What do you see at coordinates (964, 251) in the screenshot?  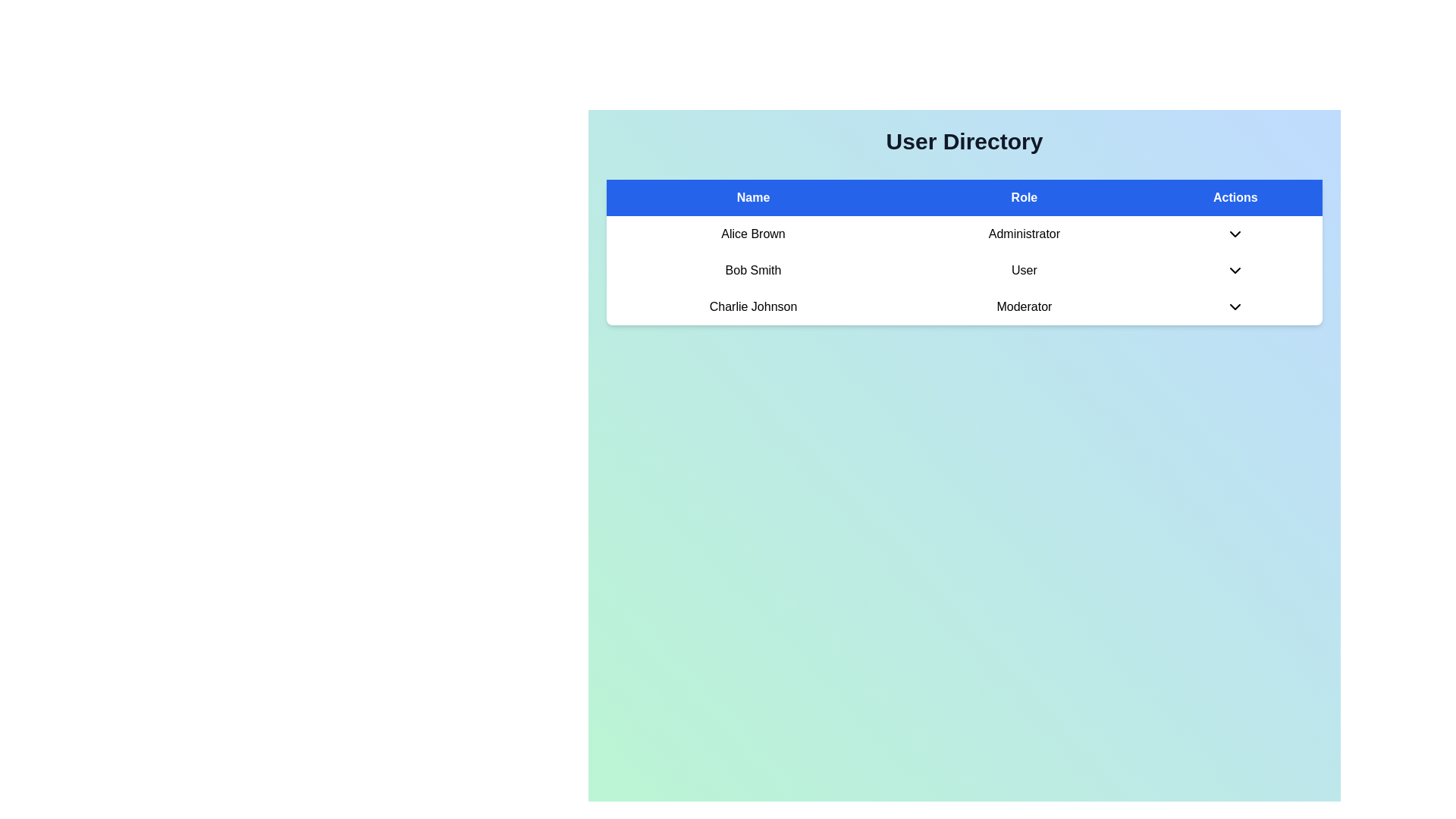 I see `the 'Role' table cell in the second row of the 'User Directory' table by moving to its center point` at bounding box center [964, 251].